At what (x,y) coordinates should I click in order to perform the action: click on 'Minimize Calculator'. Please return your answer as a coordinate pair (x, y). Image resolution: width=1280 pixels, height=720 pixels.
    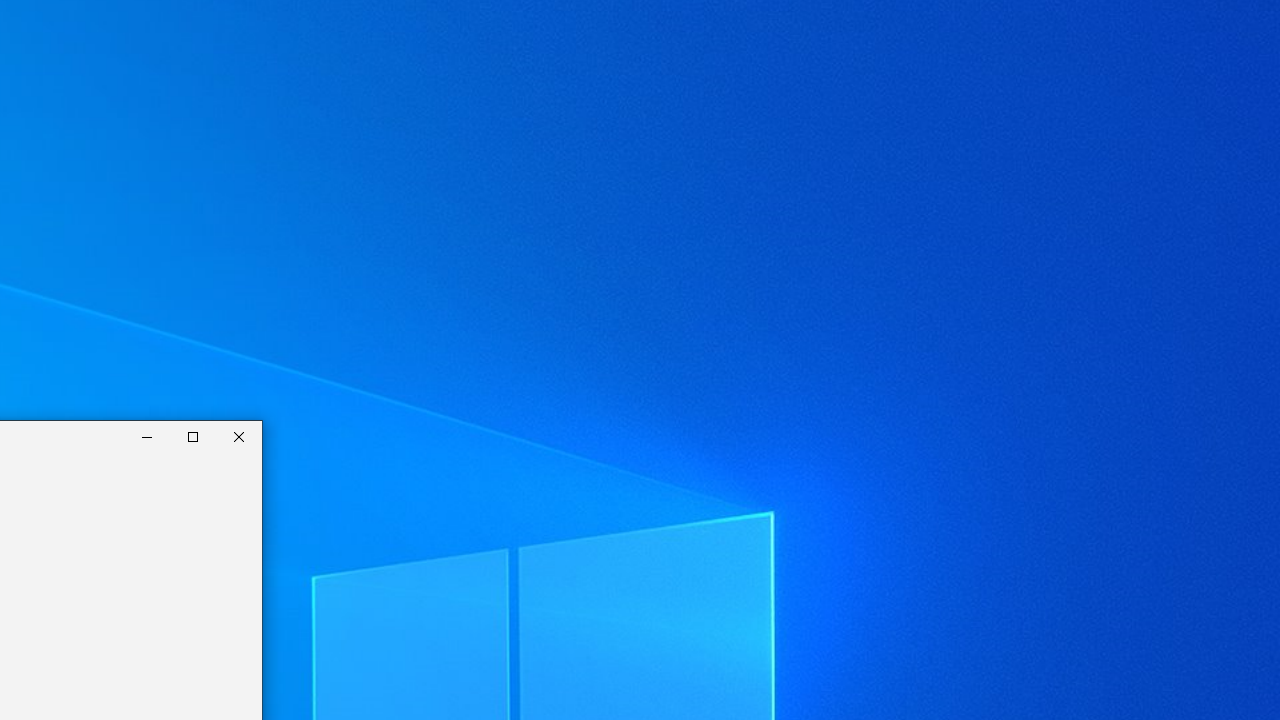
    Looking at the image, I should click on (146, 436).